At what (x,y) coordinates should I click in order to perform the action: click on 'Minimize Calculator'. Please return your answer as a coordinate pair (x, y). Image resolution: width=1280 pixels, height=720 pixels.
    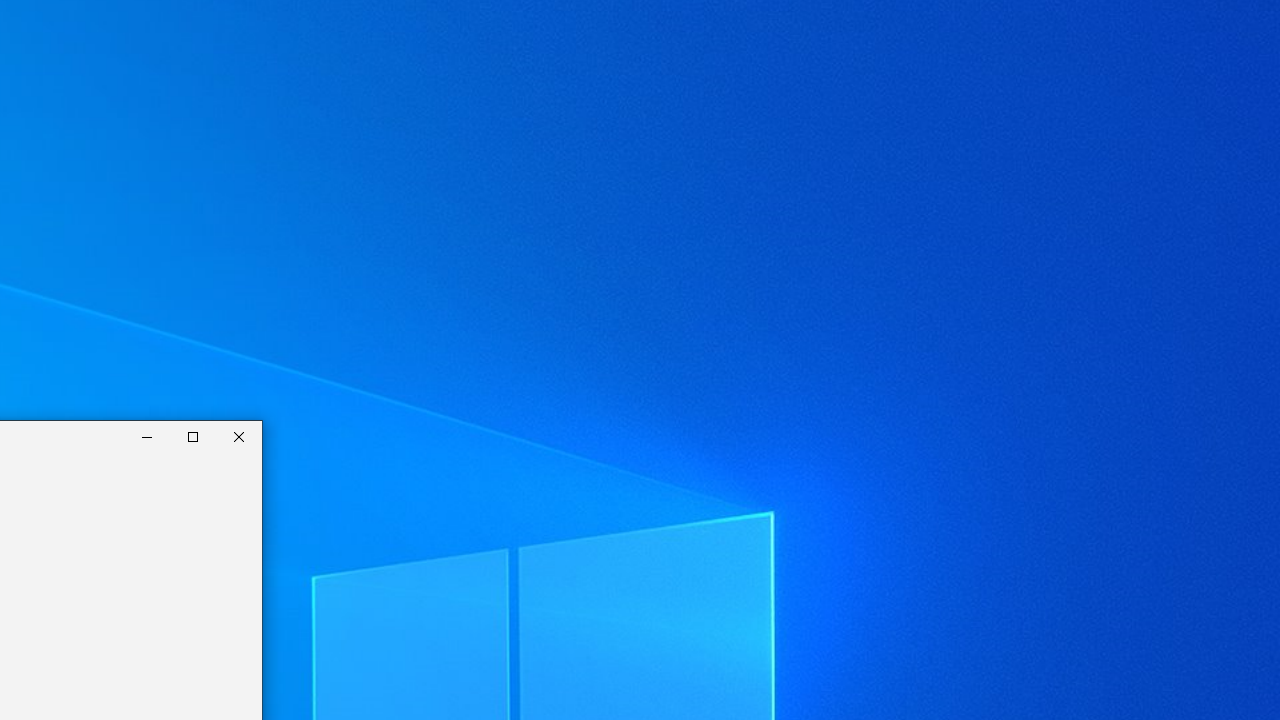
    Looking at the image, I should click on (146, 436).